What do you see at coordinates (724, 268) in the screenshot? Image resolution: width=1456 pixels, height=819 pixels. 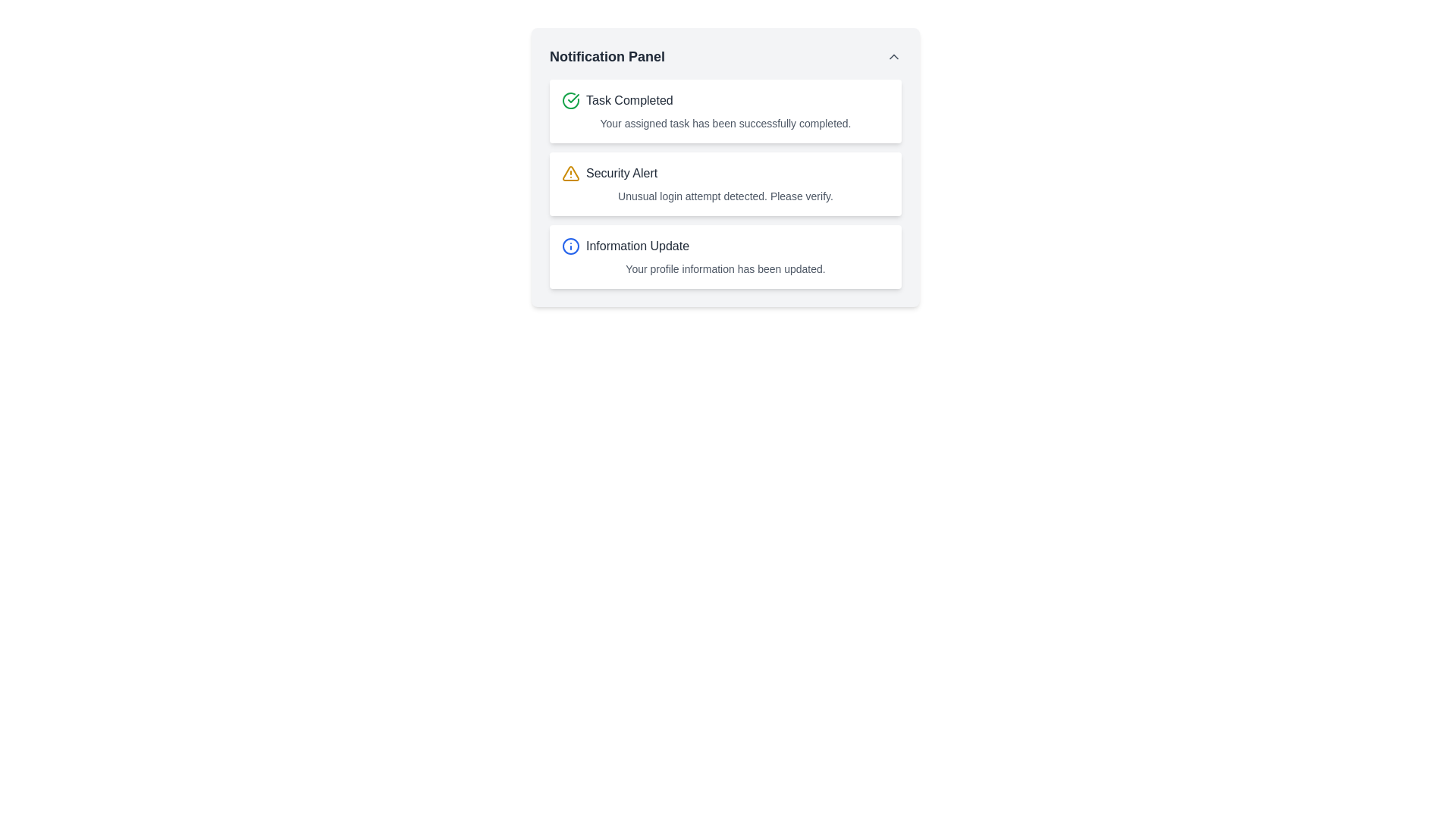 I see `text label that says 'Your profile information has been updated.' located at the bottom of the notification box, centered under the title 'Information Update'` at bounding box center [724, 268].